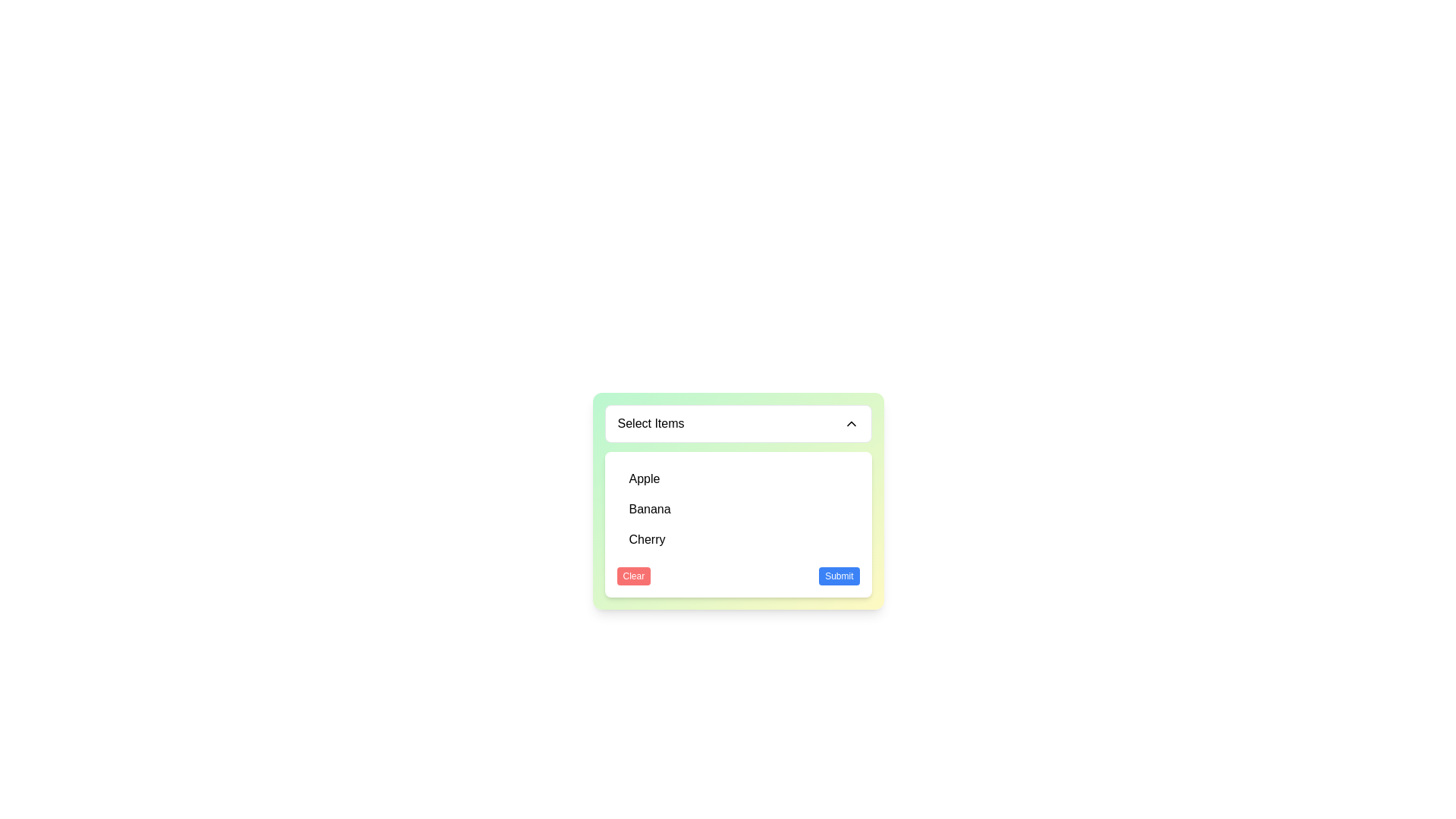 This screenshot has width=1456, height=819. I want to click on the dropdown list item labeled 'Cherry', so click(647, 539).